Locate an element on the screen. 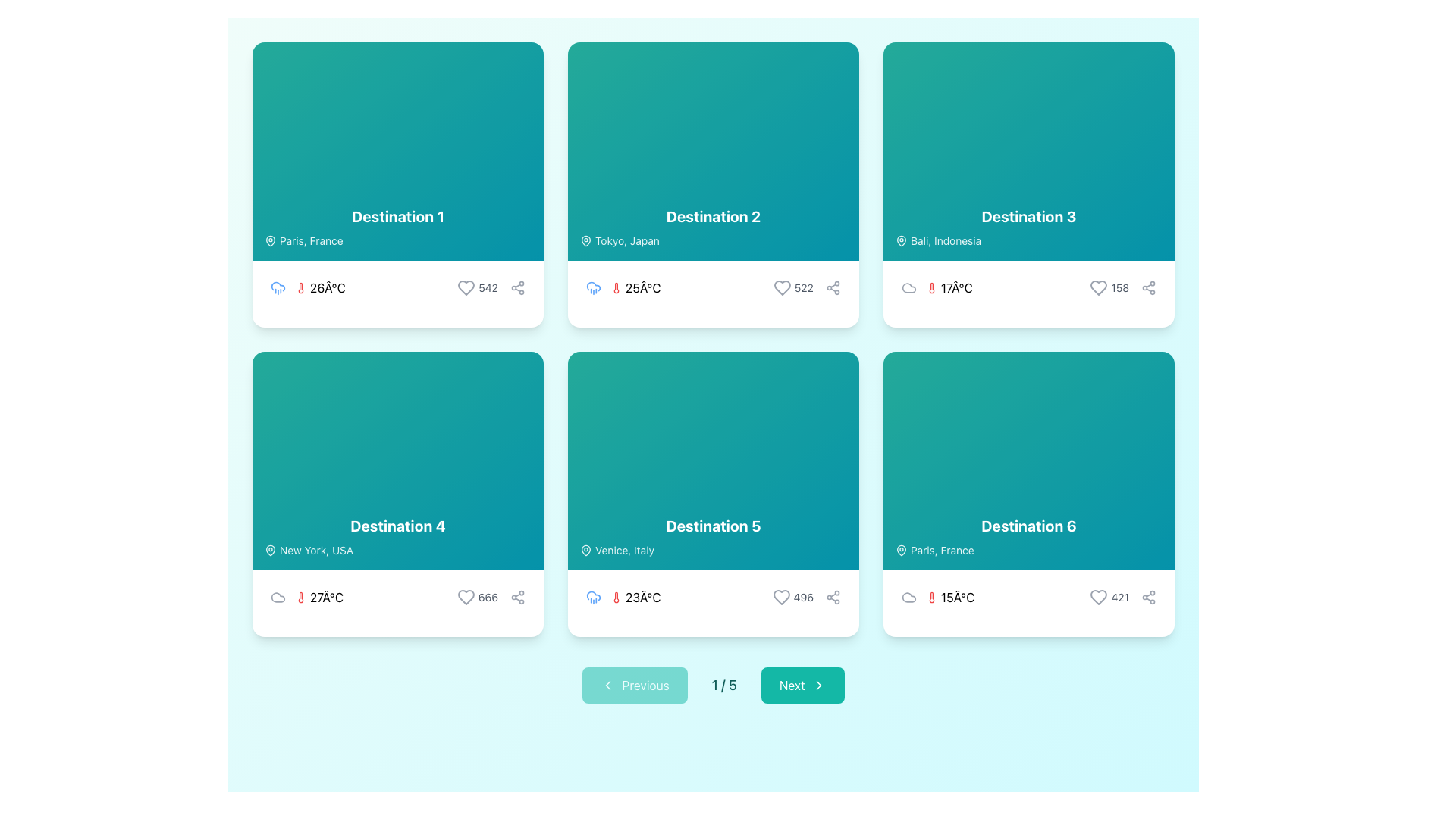  the map pin icon located in the top-left card titled 'Destination 1' is located at coordinates (270, 239).